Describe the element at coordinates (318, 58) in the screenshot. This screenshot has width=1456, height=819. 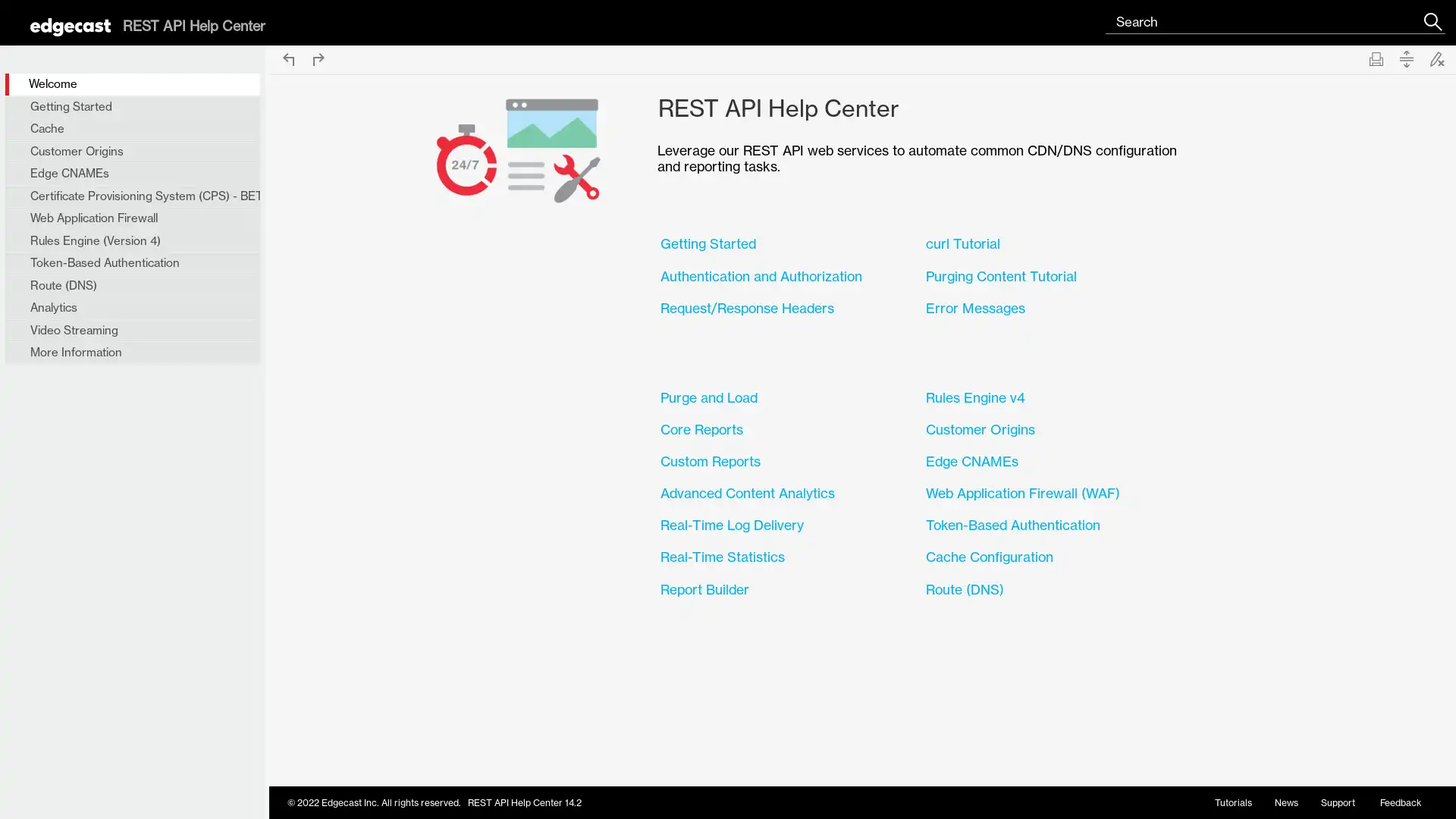
I see `next topic` at that location.